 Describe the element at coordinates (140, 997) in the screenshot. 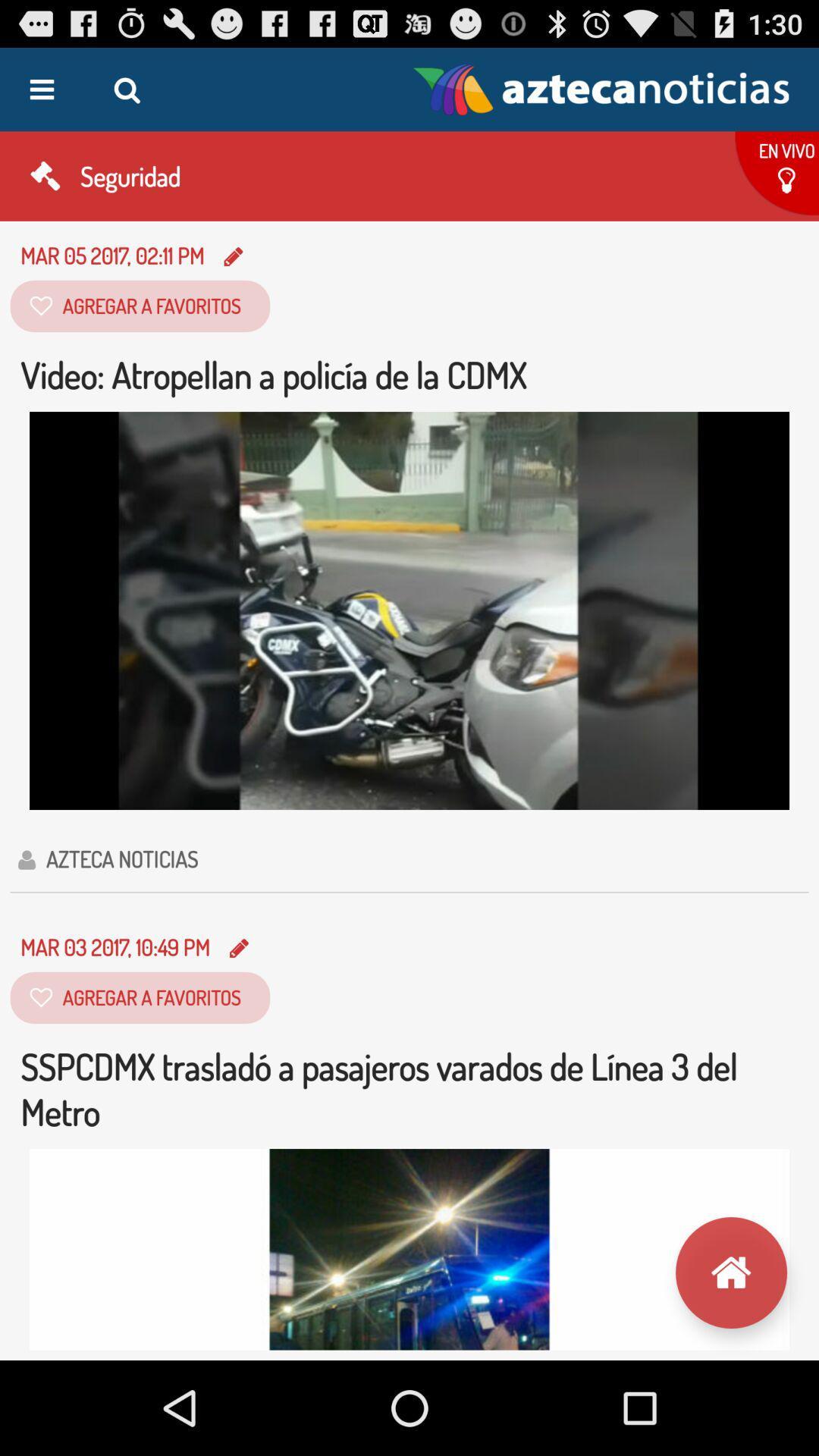

I see `the button below the text mar 03 20171049 pm on the web page` at that location.